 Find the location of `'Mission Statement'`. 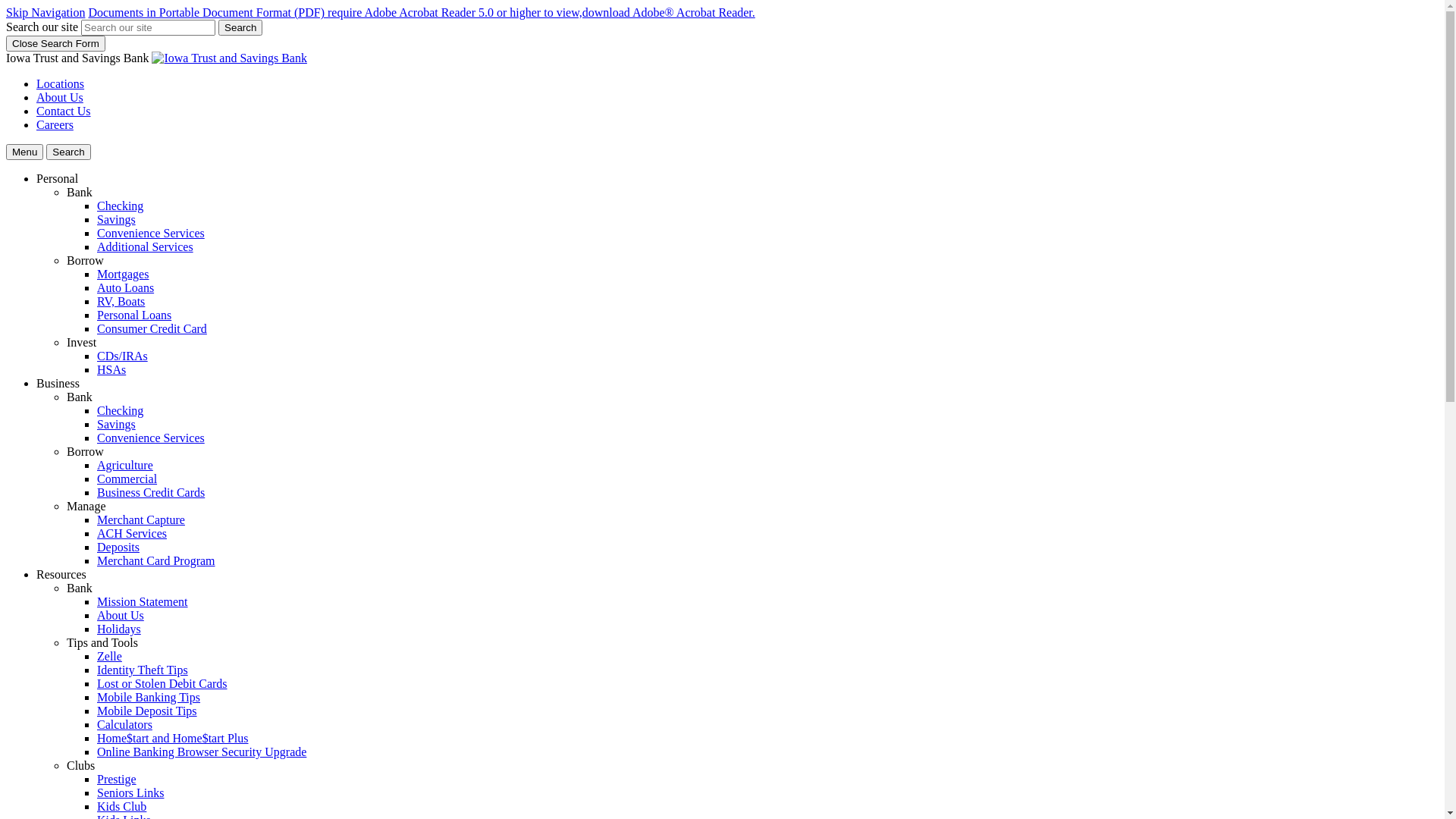

'Mission Statement' is located at coordinates (142, 601).